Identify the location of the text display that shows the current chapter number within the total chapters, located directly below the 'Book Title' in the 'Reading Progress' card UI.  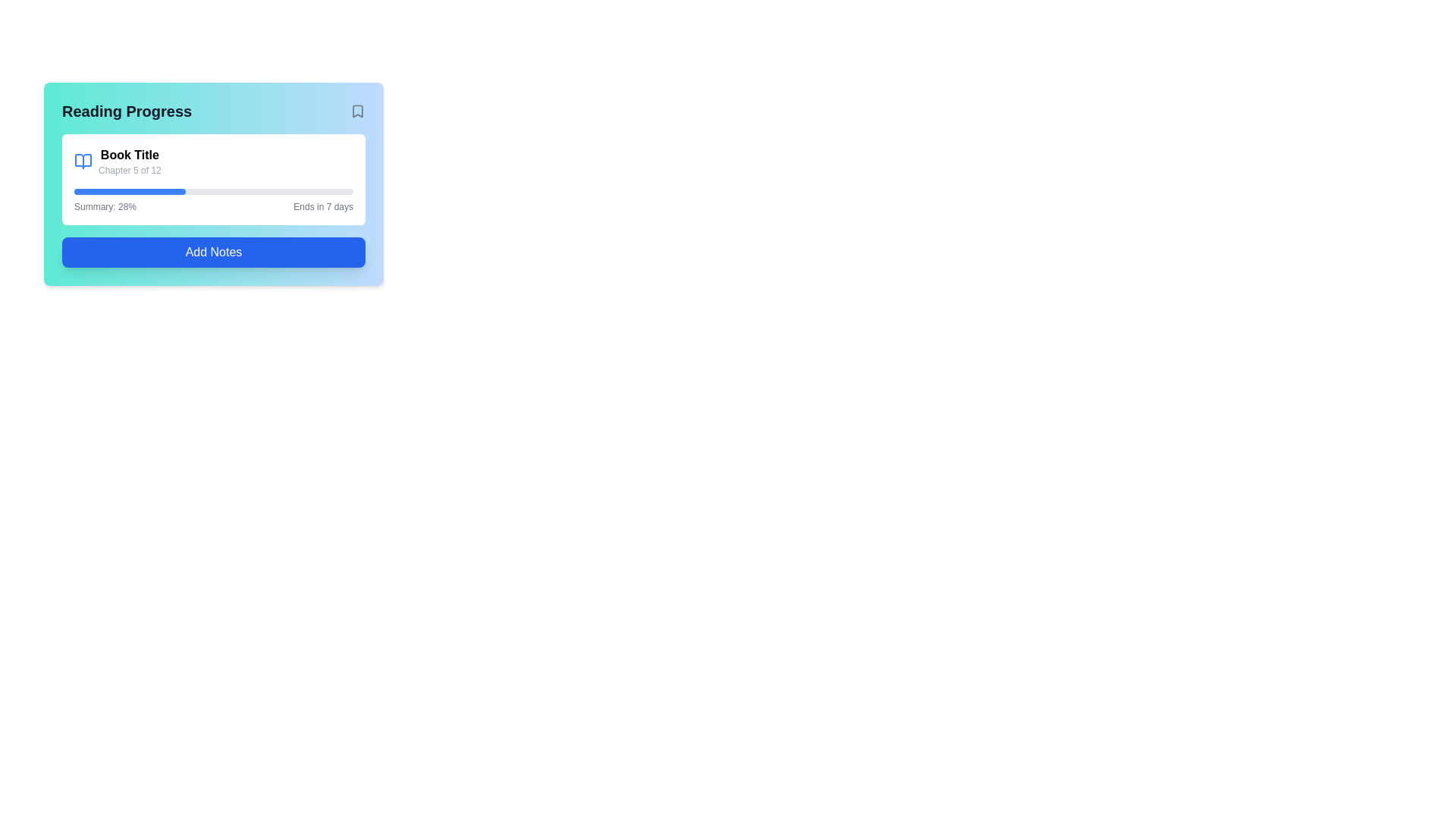
(130, 170).